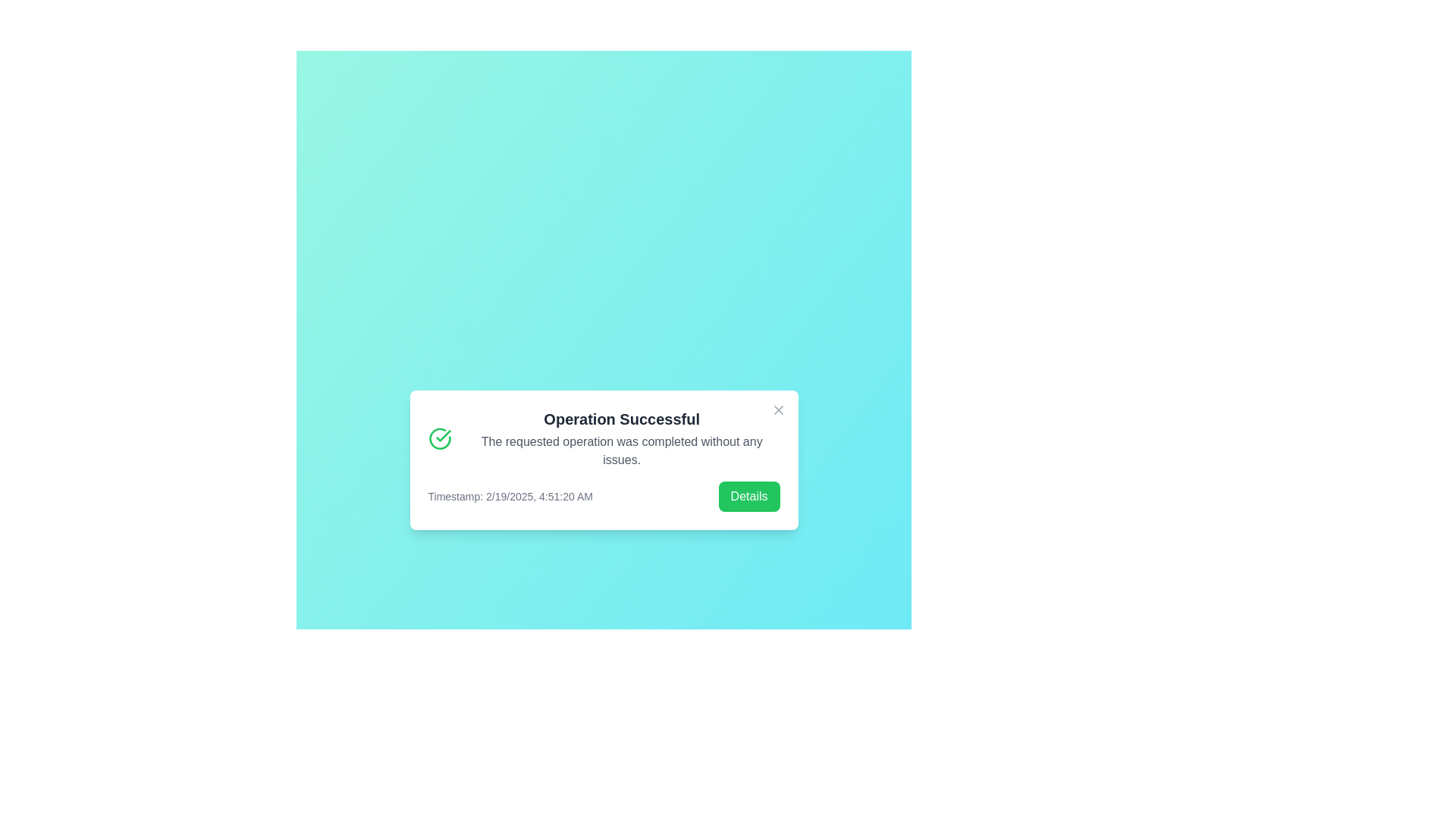 The width and height of the screenshot is (1456, 819). I want to click on the 'Close' button to dismiss the alert, so click(778, 409).